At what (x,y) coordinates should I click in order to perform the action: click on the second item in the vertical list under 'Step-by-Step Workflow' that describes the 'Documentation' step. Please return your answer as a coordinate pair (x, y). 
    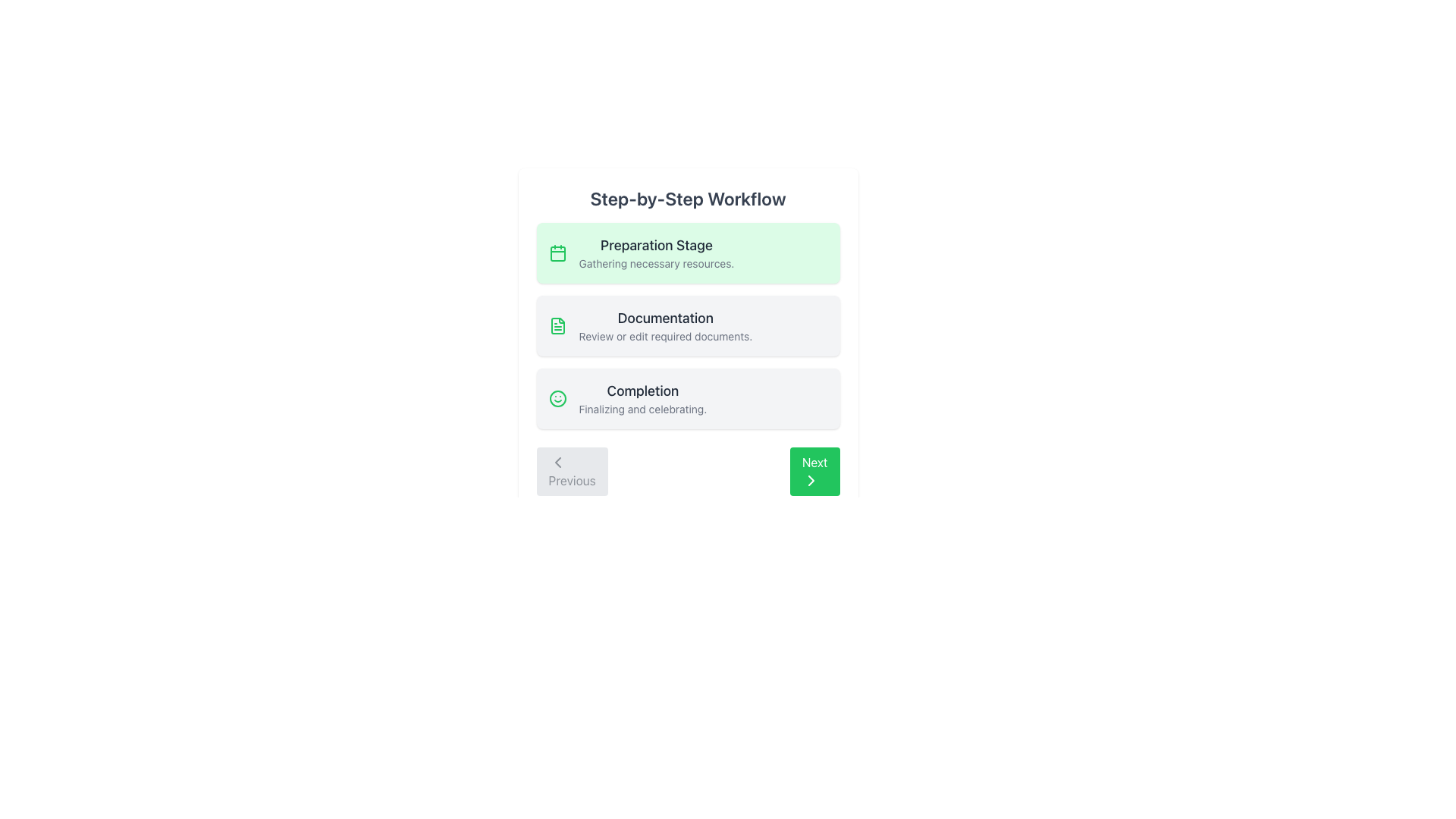
    Looking at the image, I should click on (665, 325).